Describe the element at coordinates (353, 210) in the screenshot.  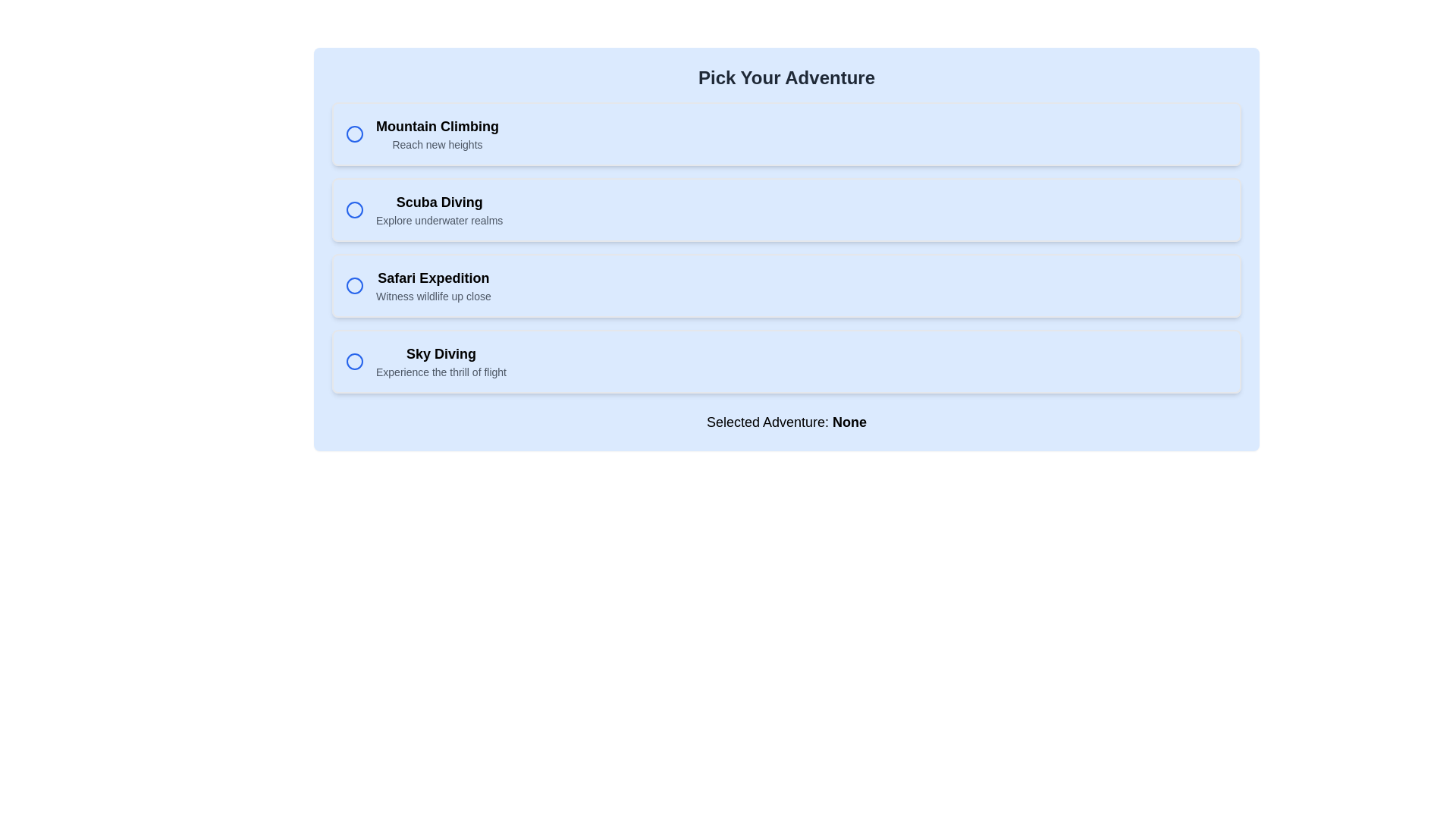
I see `the circular radio button with a blue border and white fill next to the label 'Scuba Diving'` at that location.